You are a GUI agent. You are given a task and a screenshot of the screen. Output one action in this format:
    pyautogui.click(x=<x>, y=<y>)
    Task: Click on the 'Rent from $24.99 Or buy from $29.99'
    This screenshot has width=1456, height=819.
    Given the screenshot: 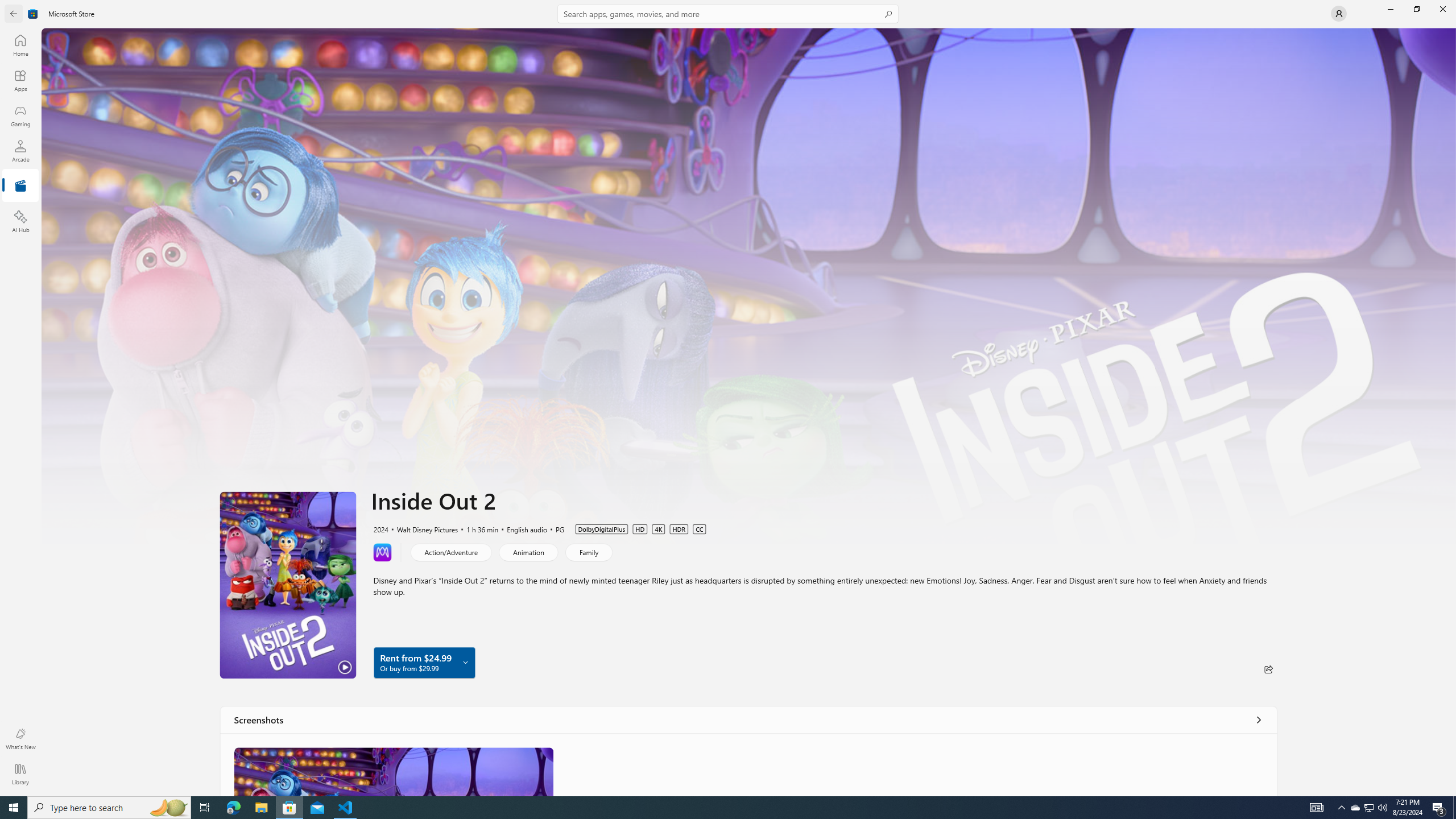 What is the action you would take?
    pyautogui.click(x=424, y=662)
    